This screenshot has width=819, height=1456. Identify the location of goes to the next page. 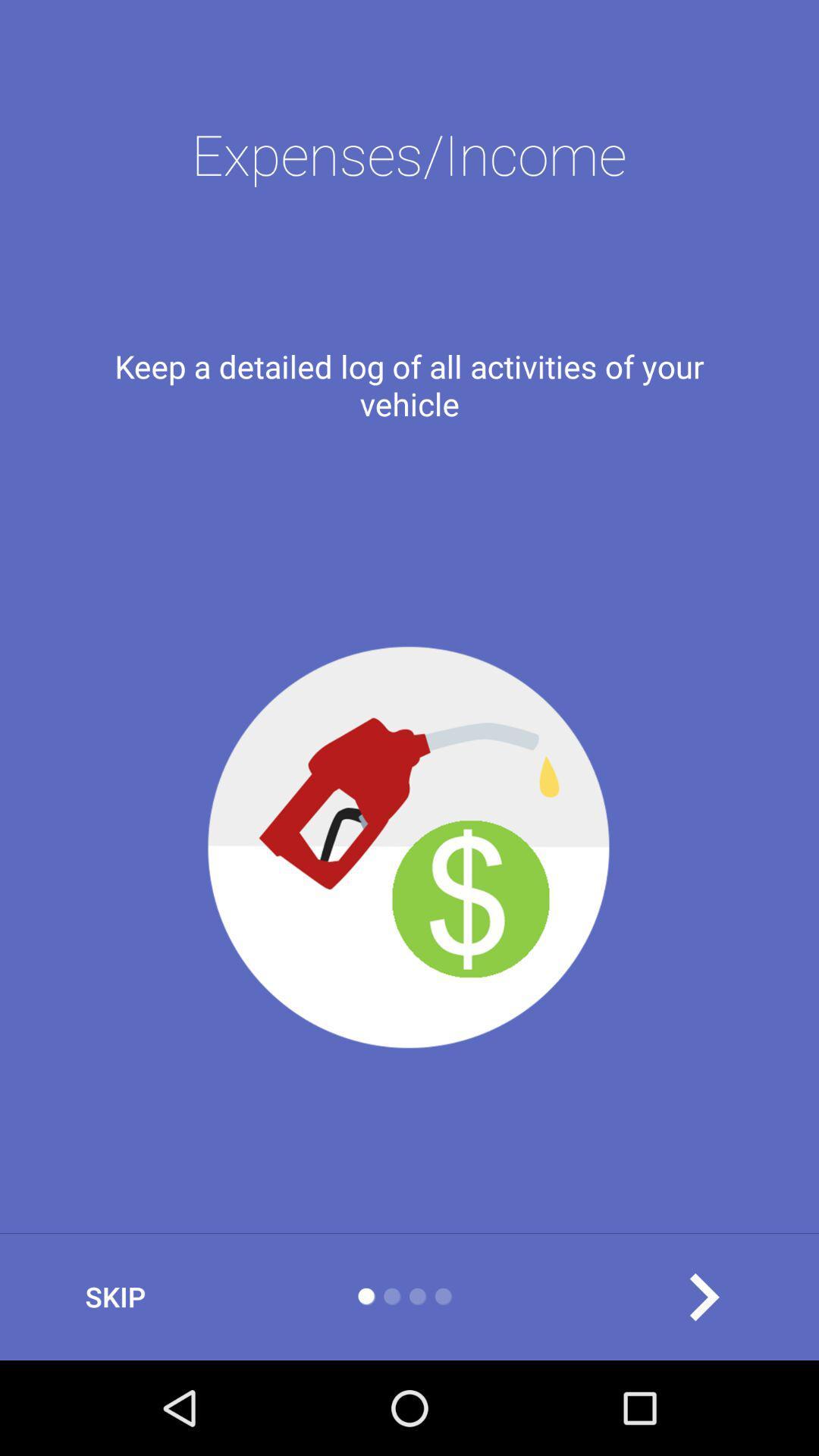
(703, 1296).